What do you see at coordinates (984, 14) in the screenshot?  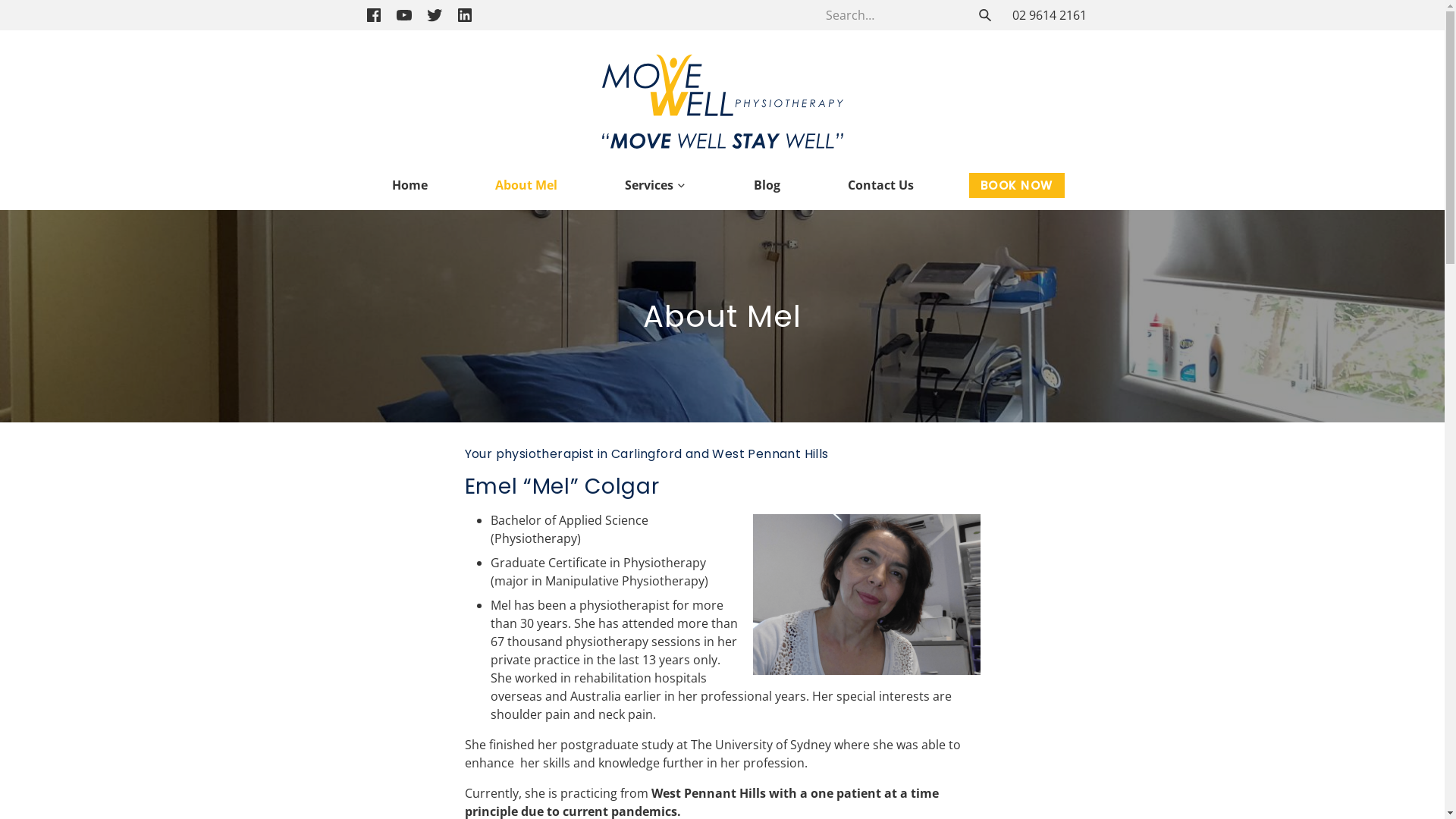 I see `'Search'` at bounding box center [984, 14].